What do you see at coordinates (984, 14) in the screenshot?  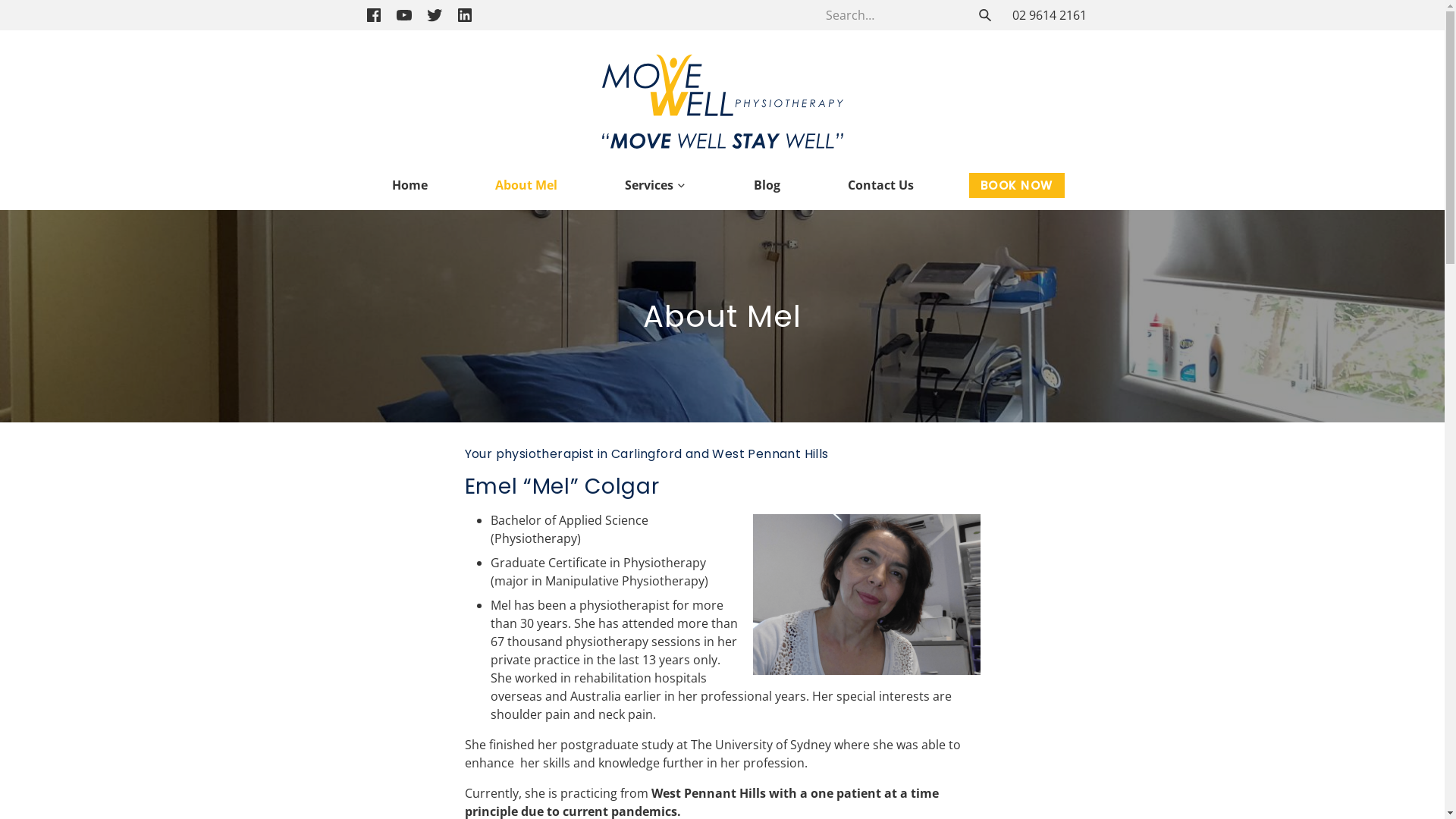 I see `'Search'` at bounding box center [984, 14].